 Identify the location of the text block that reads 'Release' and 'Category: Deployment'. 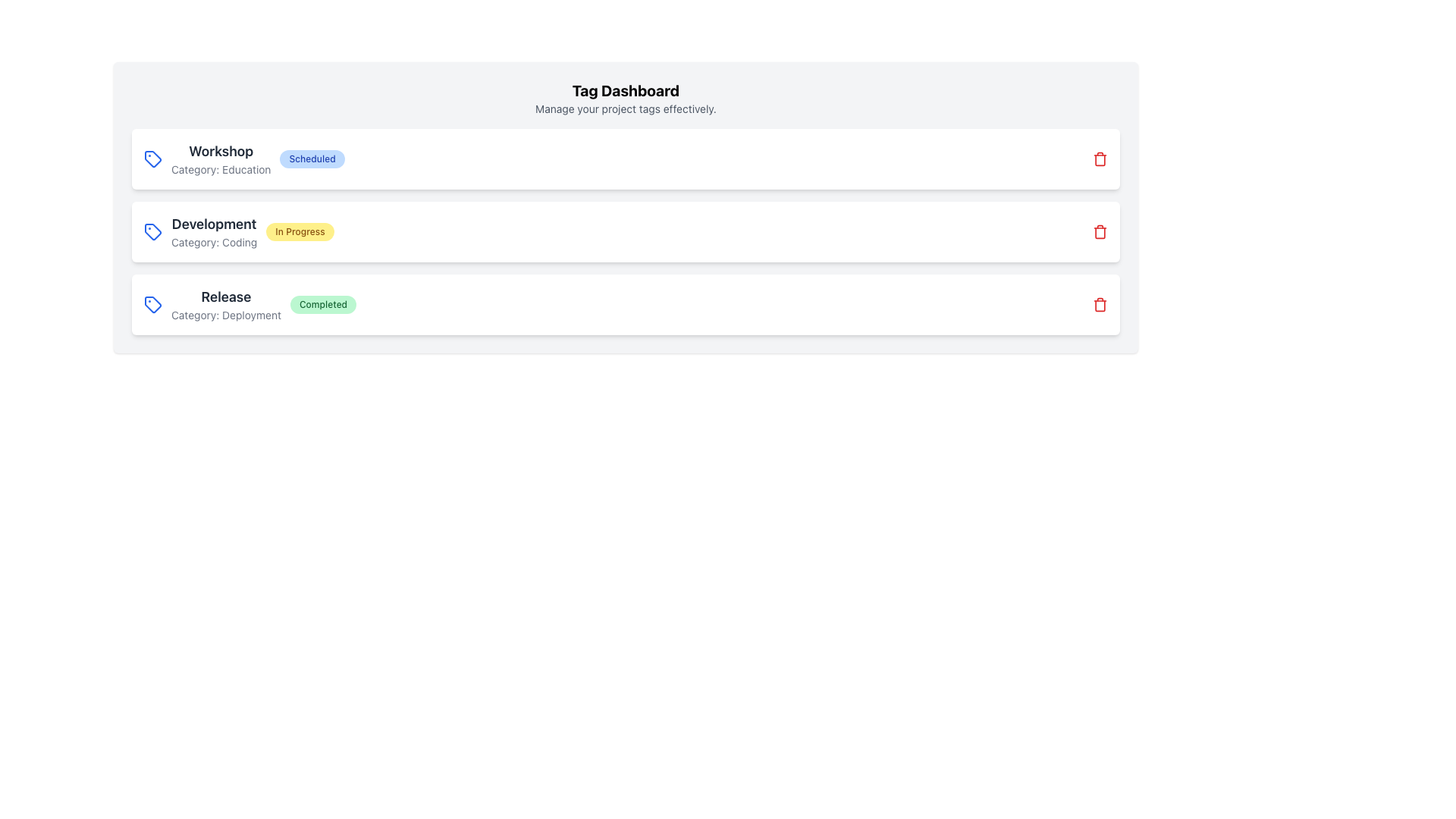
(225, 304).